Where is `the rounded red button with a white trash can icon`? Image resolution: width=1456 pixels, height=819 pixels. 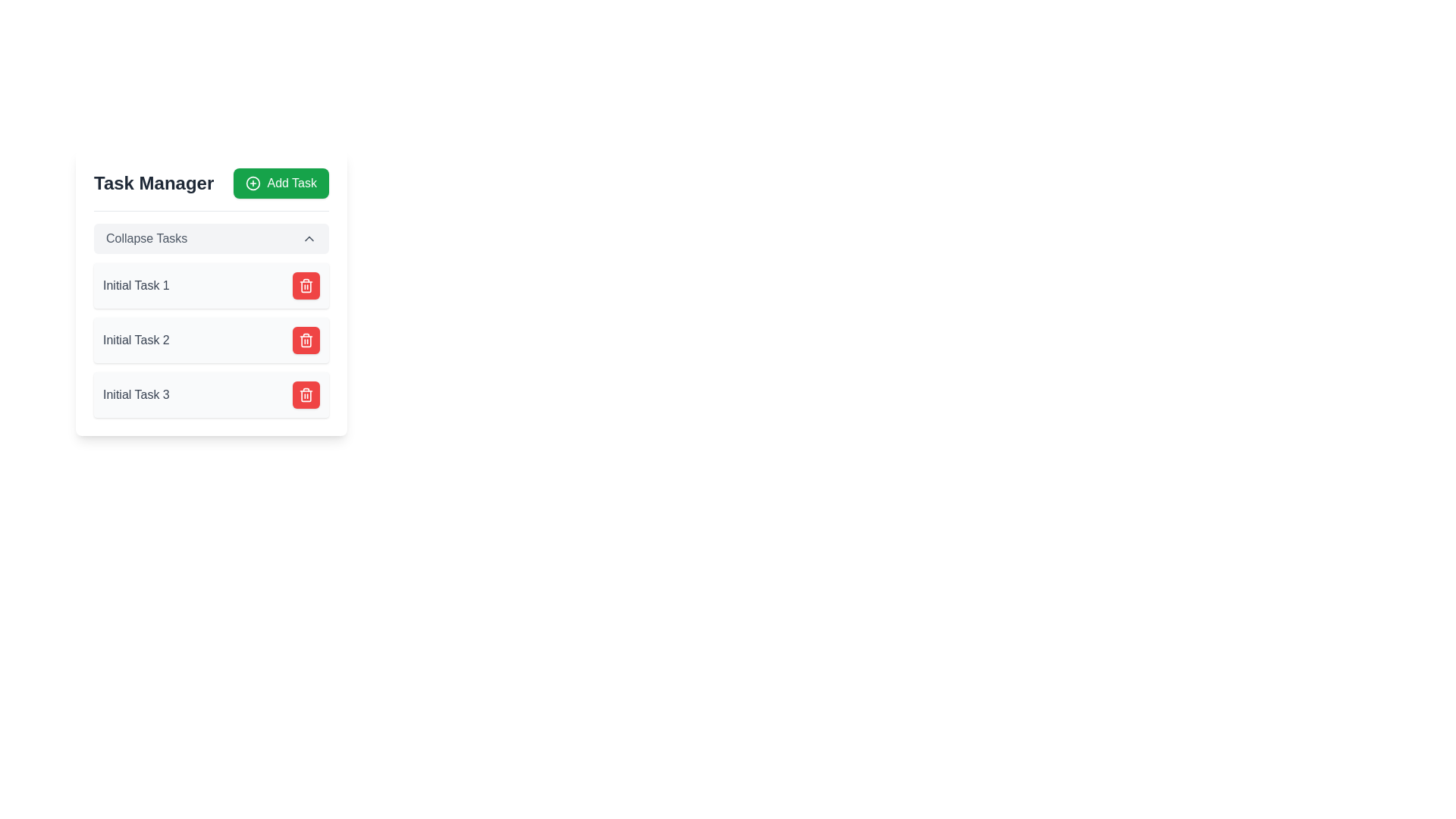
the rounded red button with a white trash can icon is located at coordinates (305, 286).